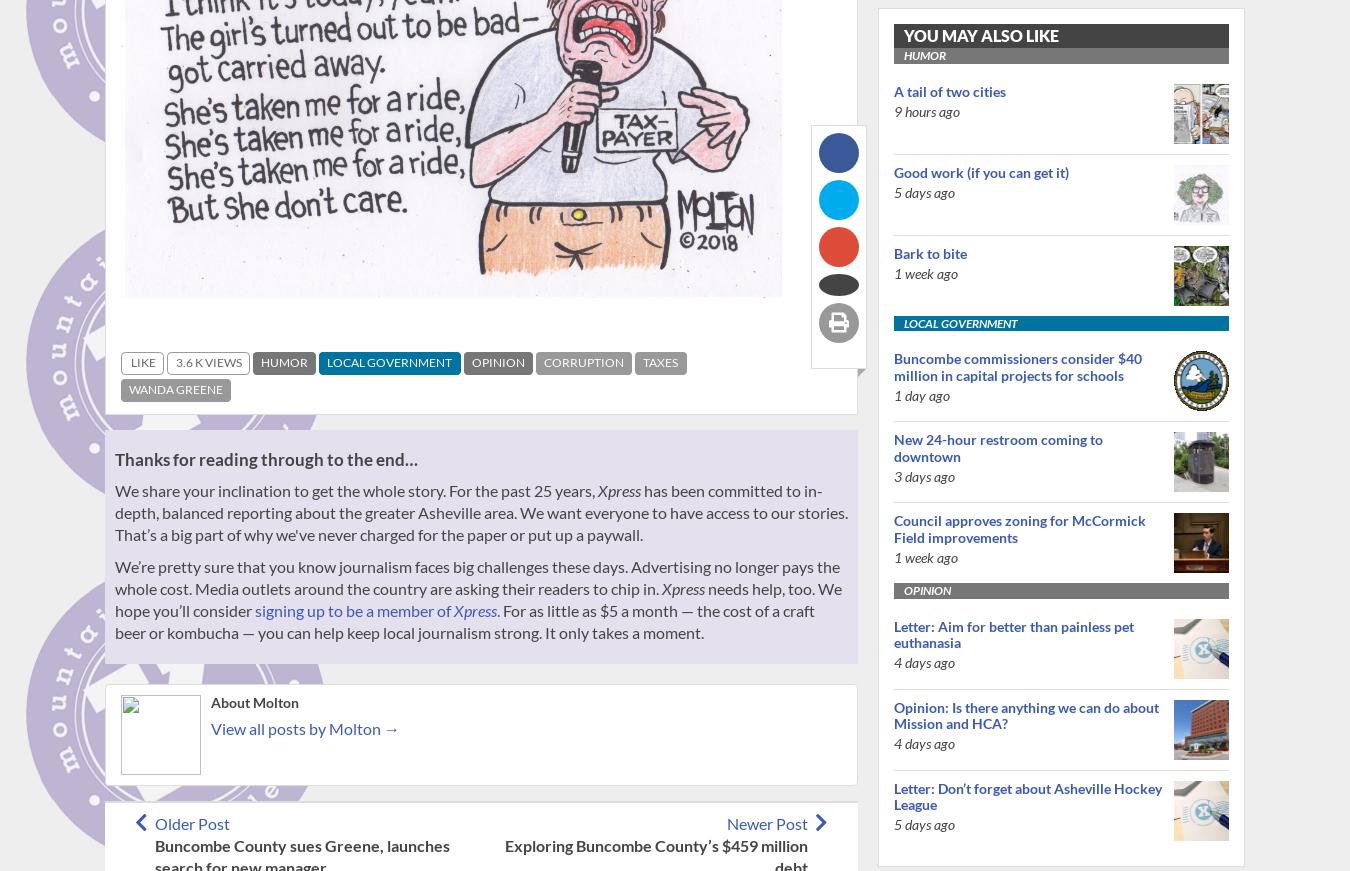 The width and height of the screenshot is (1350, 871). Describe the element at coordinates (476, 576) in the screenshot. I see `'We’re pretty sure that you know journalism faces big challenges these days. Advertising no longer pays the whole cost. Media outlets around the country are asking their readers to chip in.'` at that location.